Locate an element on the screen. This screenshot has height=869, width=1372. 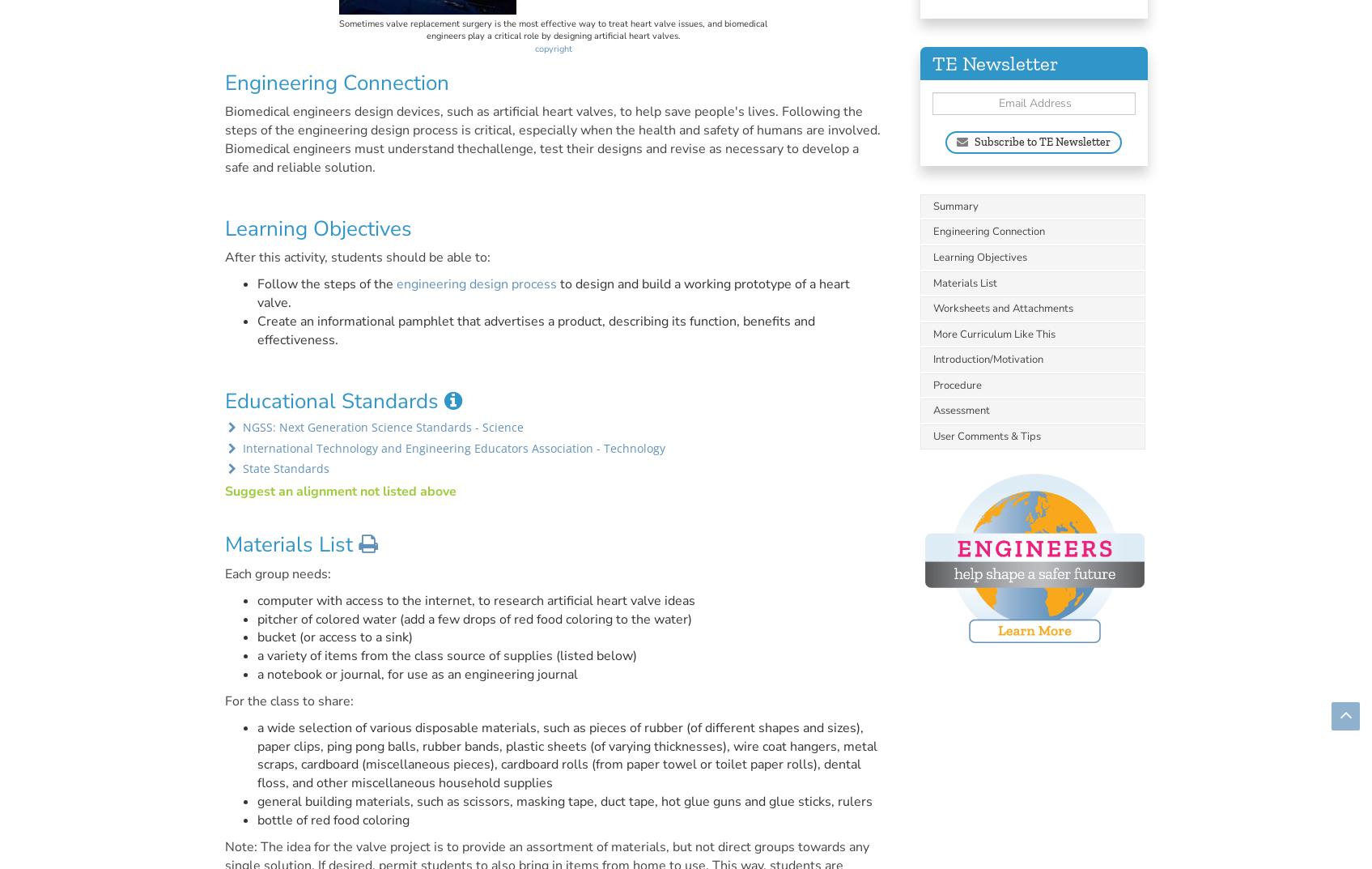
'Summary' is located at coordinates (932, 204).